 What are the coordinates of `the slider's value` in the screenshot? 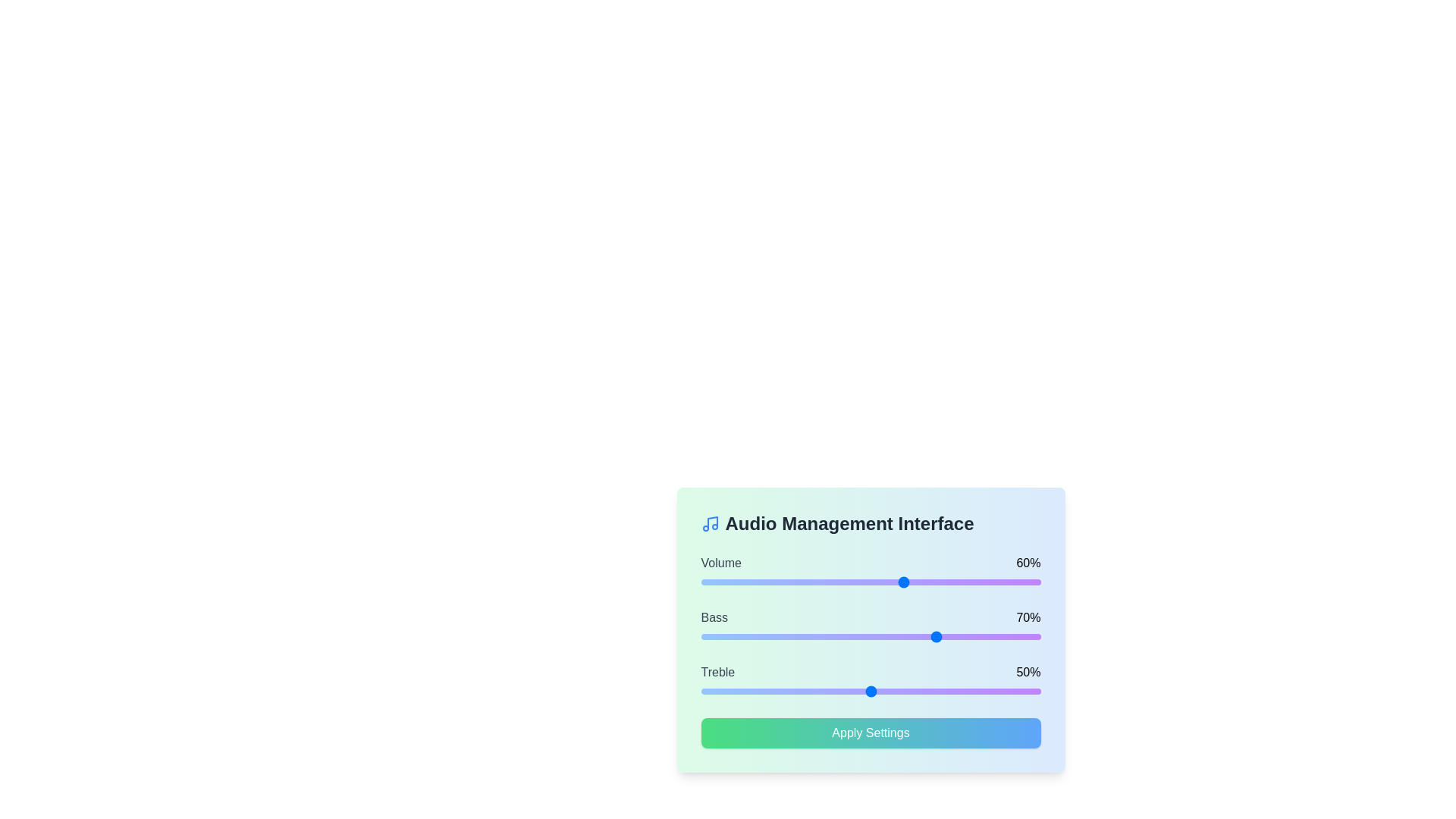 It's located at (758, 581).